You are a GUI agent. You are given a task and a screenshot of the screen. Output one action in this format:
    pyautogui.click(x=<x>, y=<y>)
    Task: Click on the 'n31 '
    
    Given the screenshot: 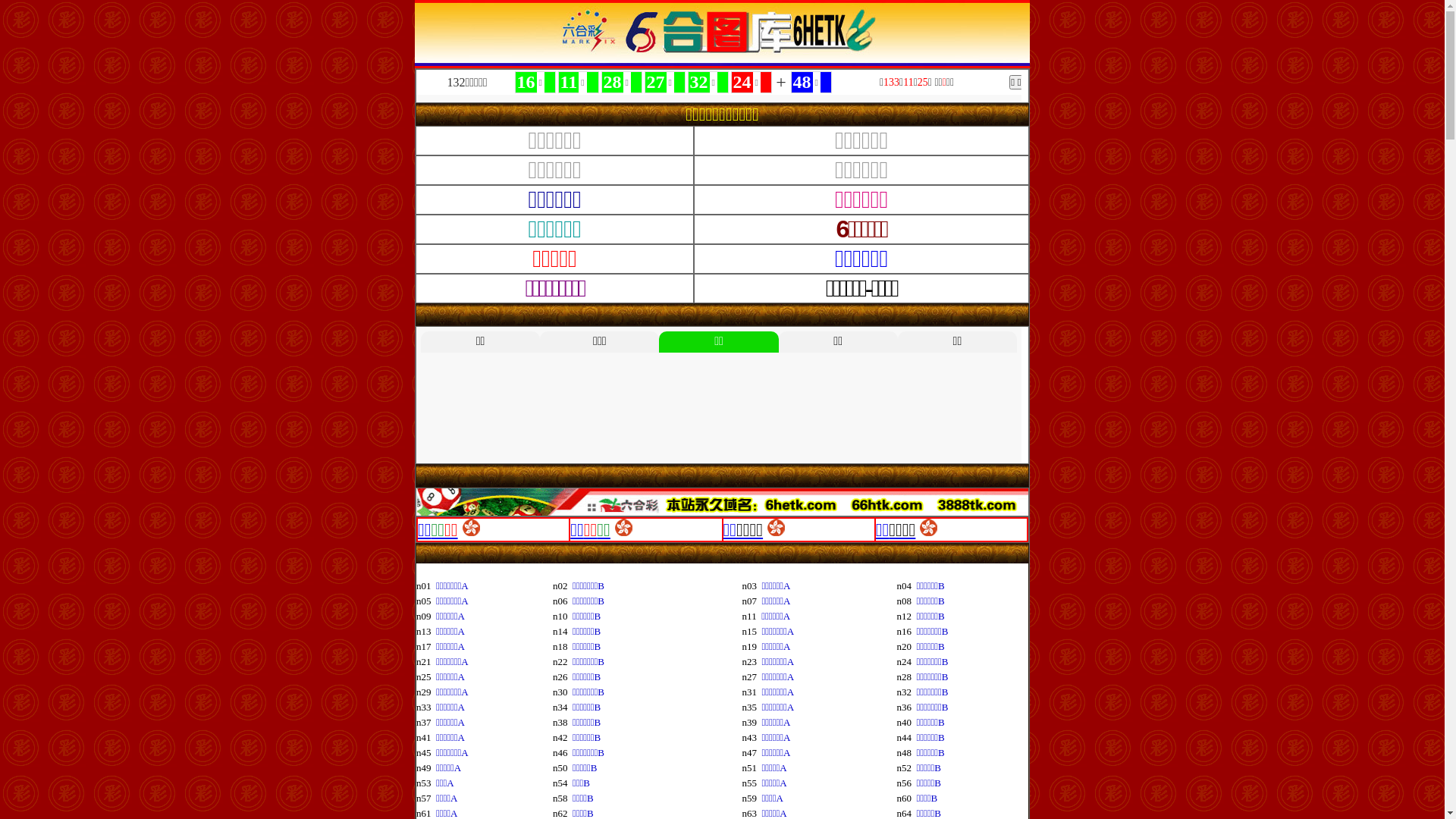 What is the action you would take?
    pyautogui.click(x=752, y=692)
    